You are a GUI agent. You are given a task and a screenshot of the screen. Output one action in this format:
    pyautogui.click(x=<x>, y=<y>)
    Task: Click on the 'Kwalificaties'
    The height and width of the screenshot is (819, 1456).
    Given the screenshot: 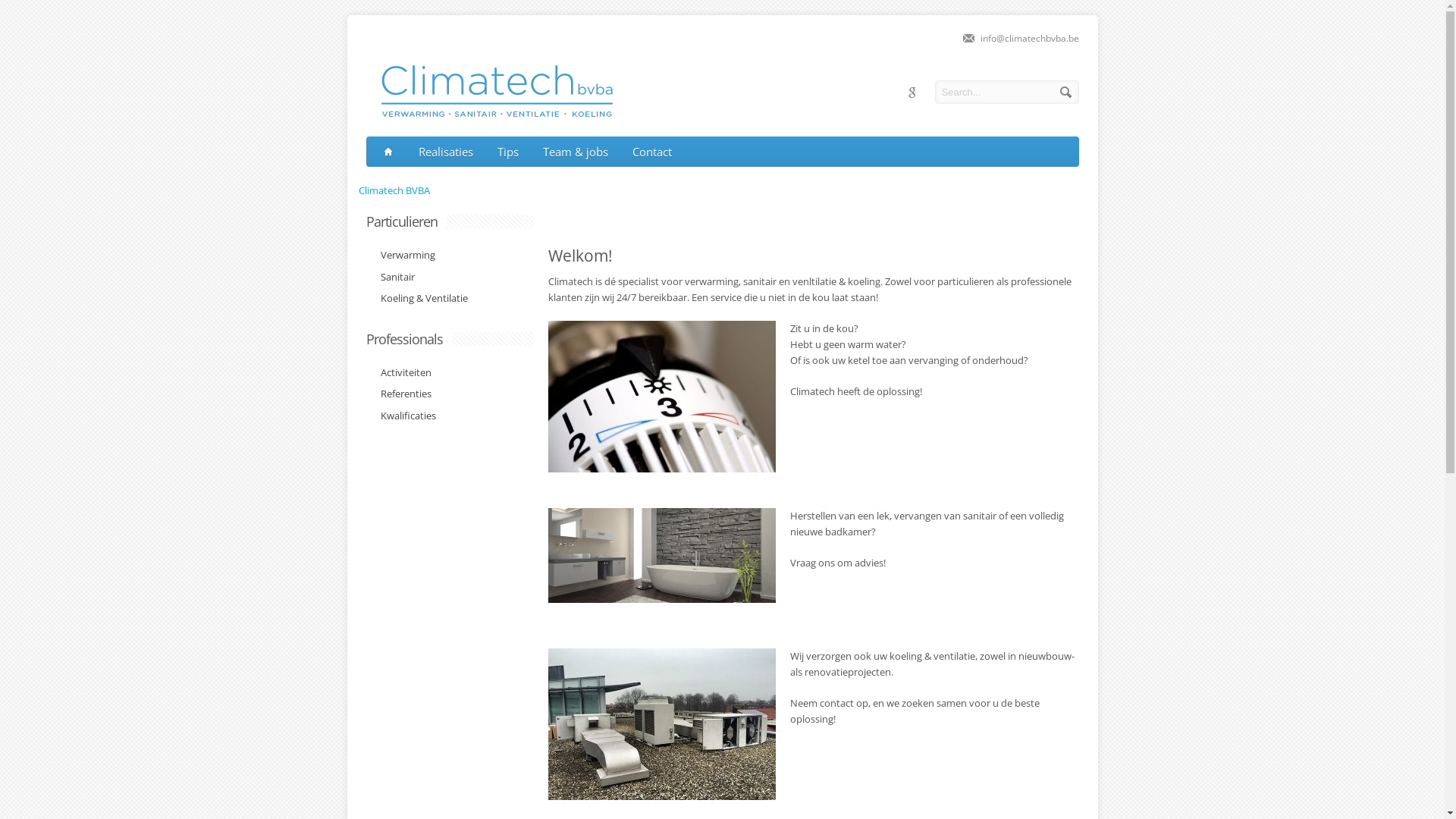 What is the action you would take?
    pyautogui.click(x=403, y=415)
    